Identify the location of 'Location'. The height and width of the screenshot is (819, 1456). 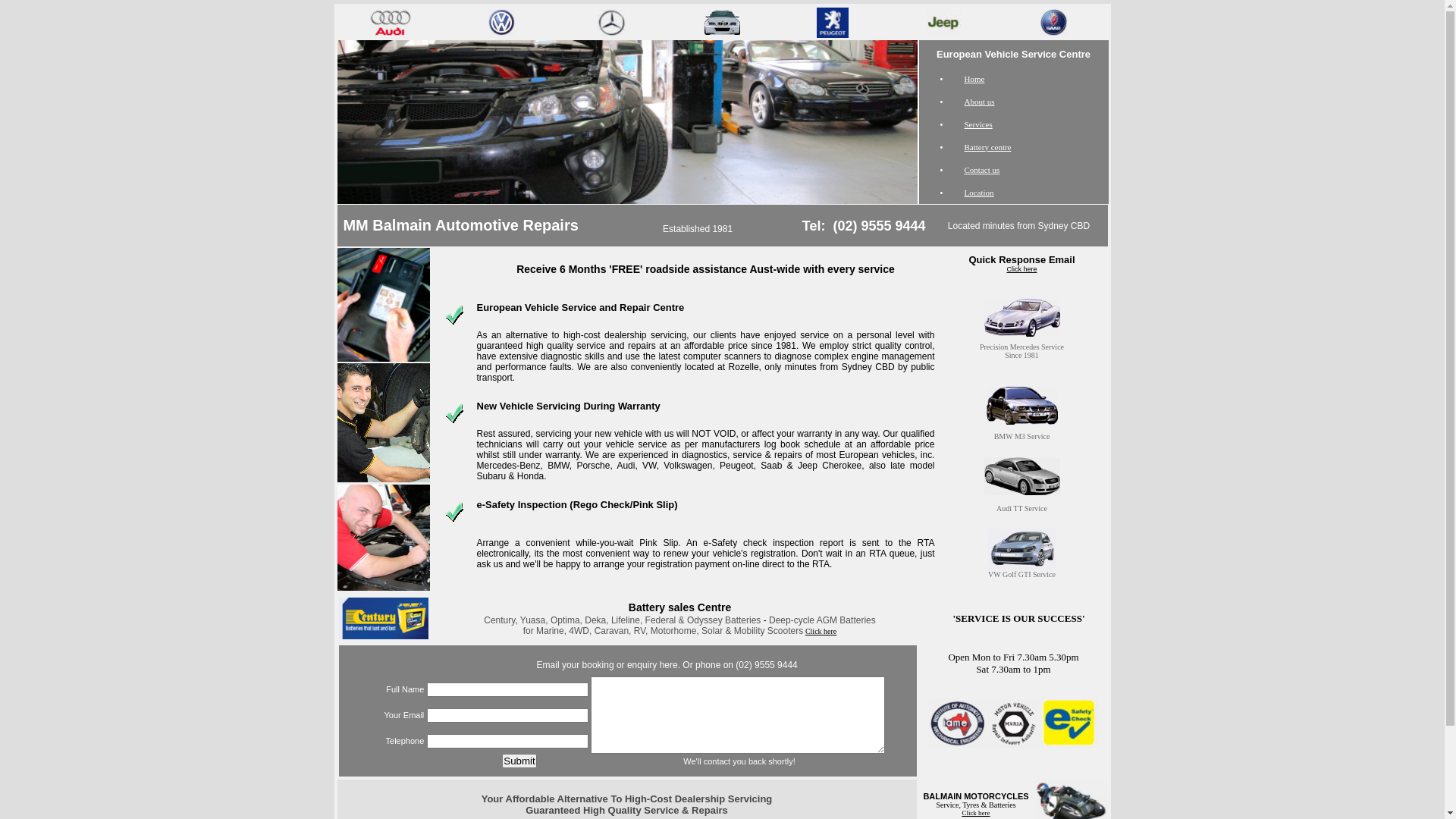
(979, 192).